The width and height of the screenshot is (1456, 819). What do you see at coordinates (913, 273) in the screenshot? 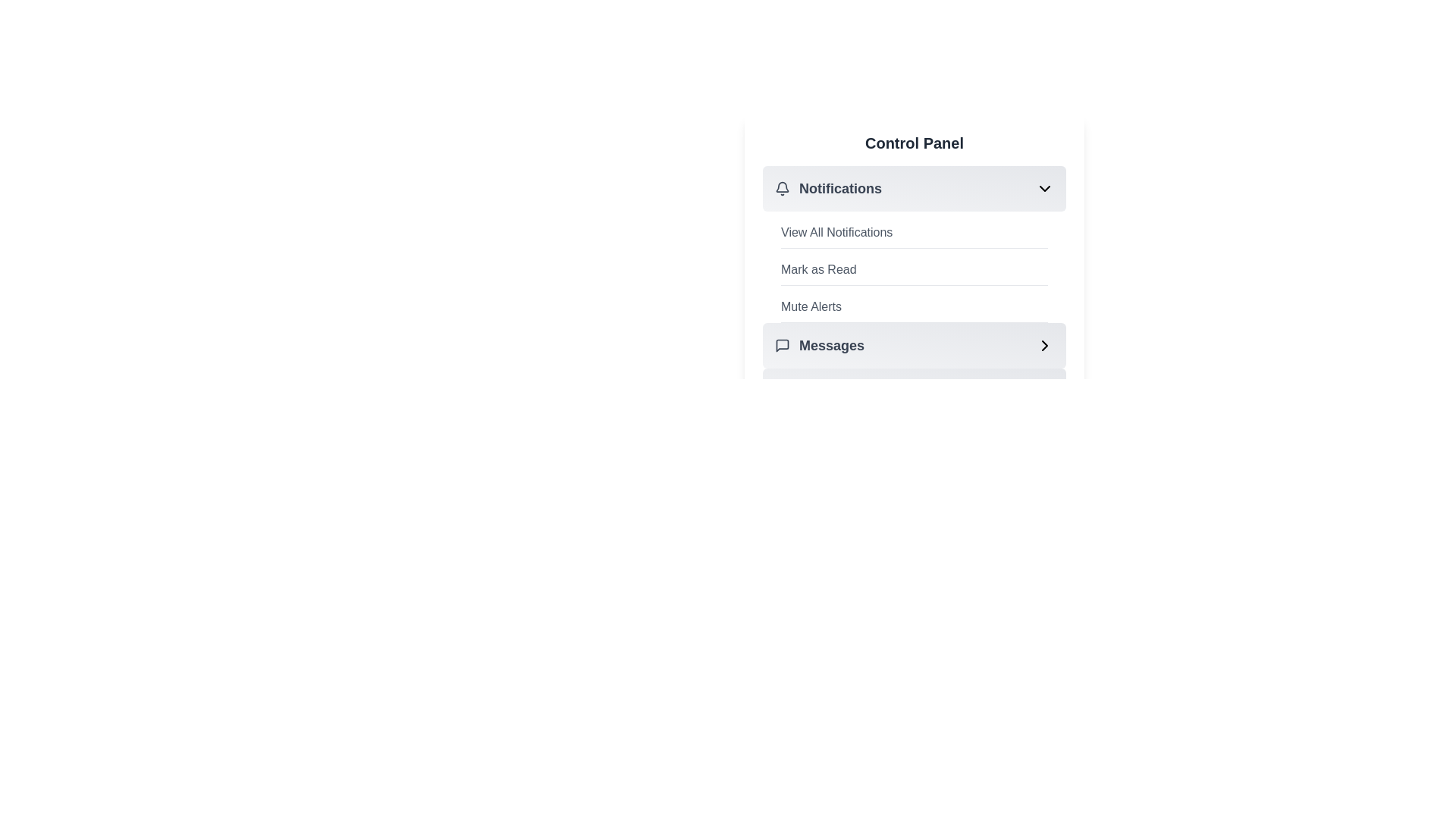
I see `the 'Mark as Read' action link within the 'Notifications' menu to mark notifications as read` at bounding box center [913, 273].